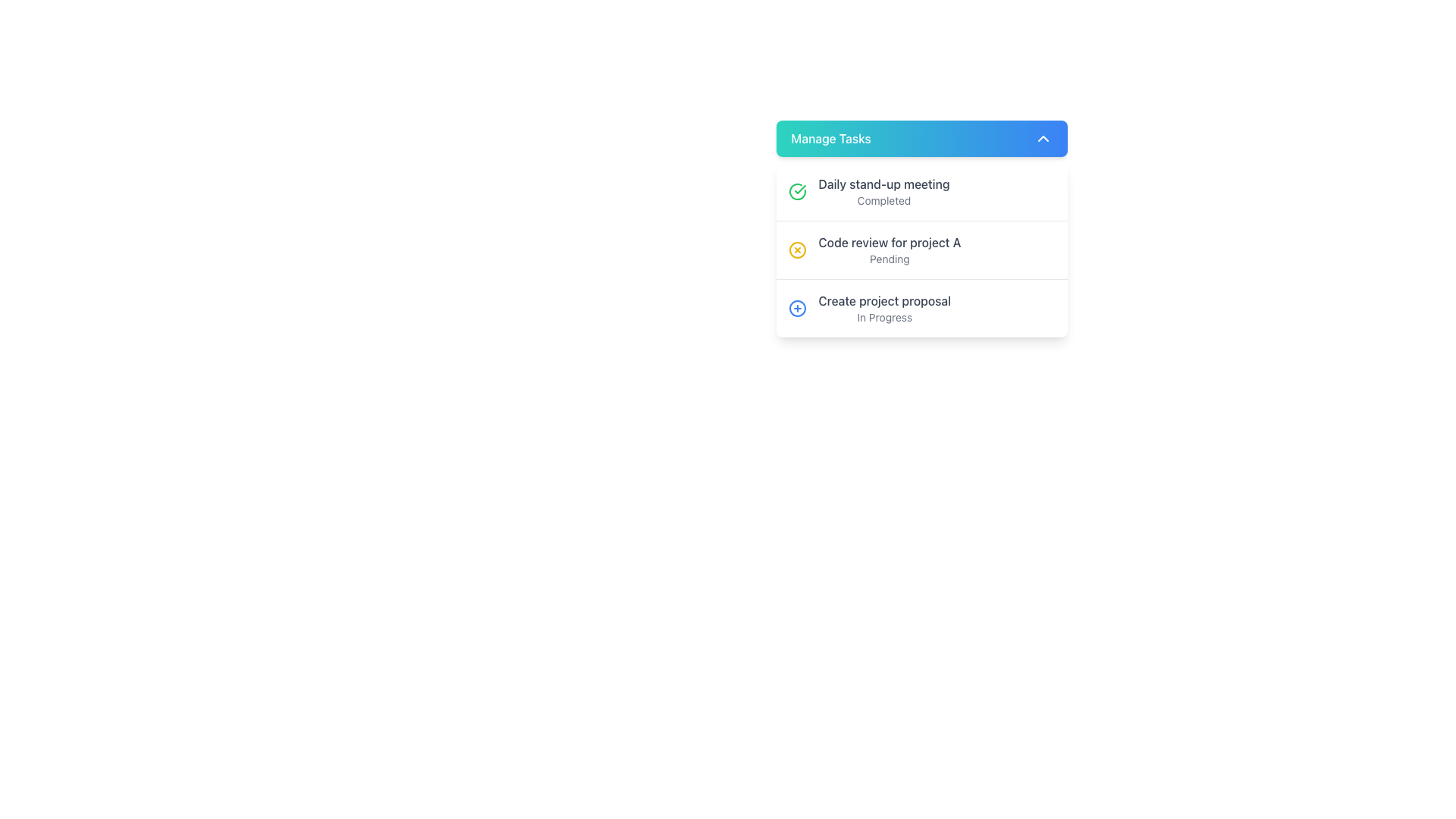 This screenshot has height=819, width=1456. Describe the element at coordinates (884, 317) in the screenshot. I see `the text label 'In Progress', which is styled in gray and located beneath the bold task title 'Create project proposal' in the third task entry of the vertical task list` at that location.